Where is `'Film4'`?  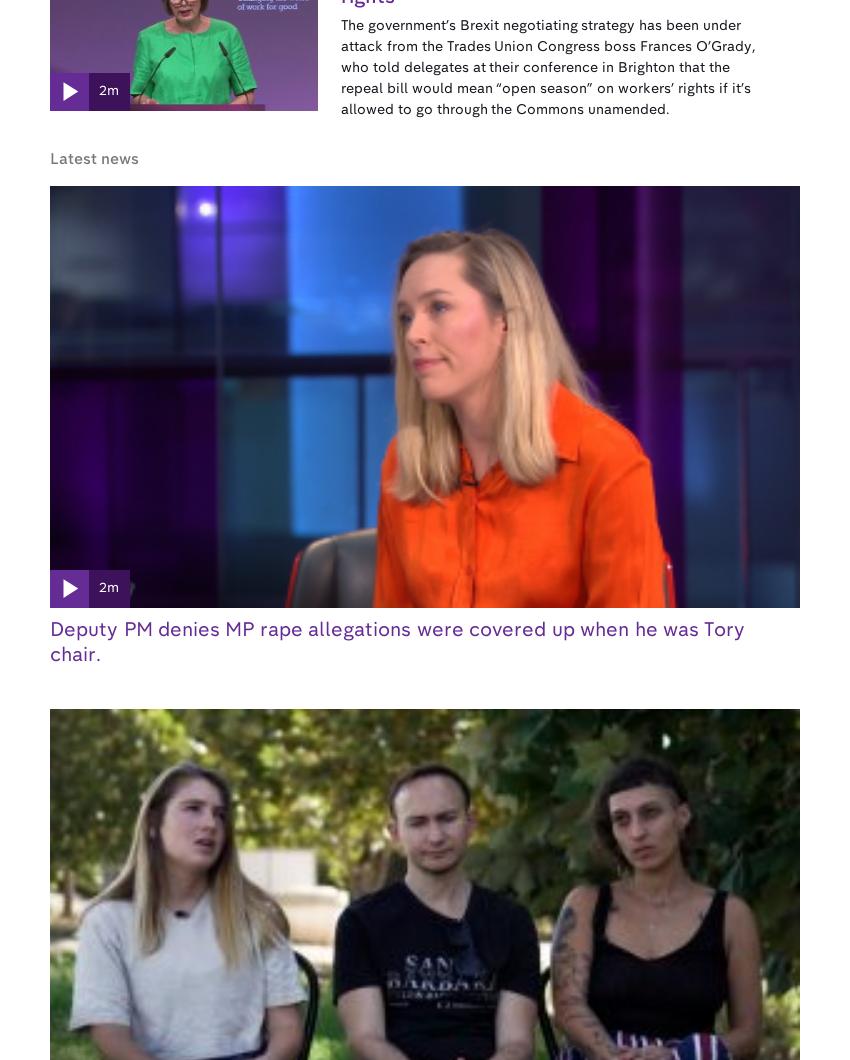 'Film4' is located at coordinates (494, 814).